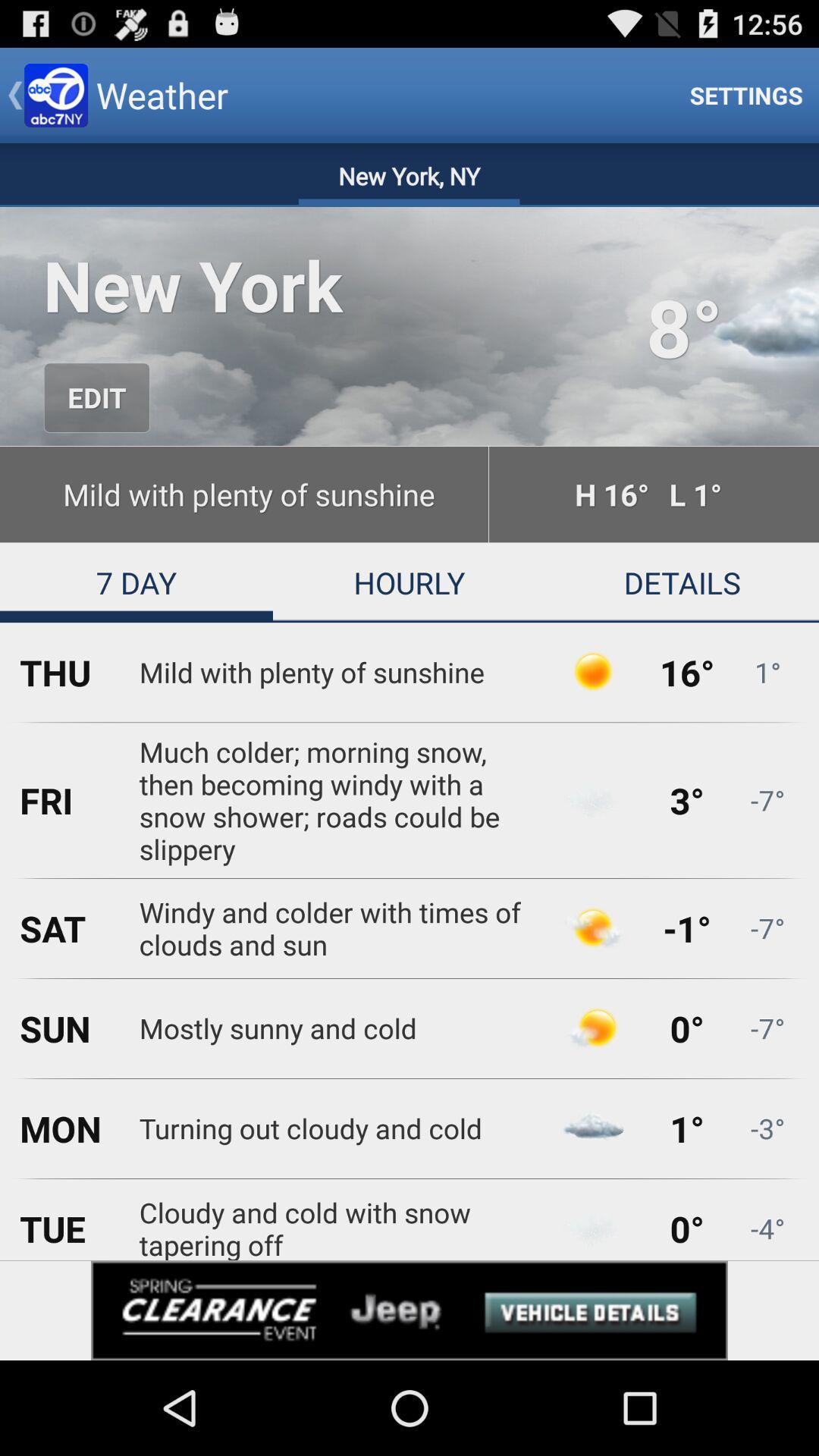 The image size is (819, 1456). I want to click on the icon next to mostly sunny and cold, so click(592, 1028).